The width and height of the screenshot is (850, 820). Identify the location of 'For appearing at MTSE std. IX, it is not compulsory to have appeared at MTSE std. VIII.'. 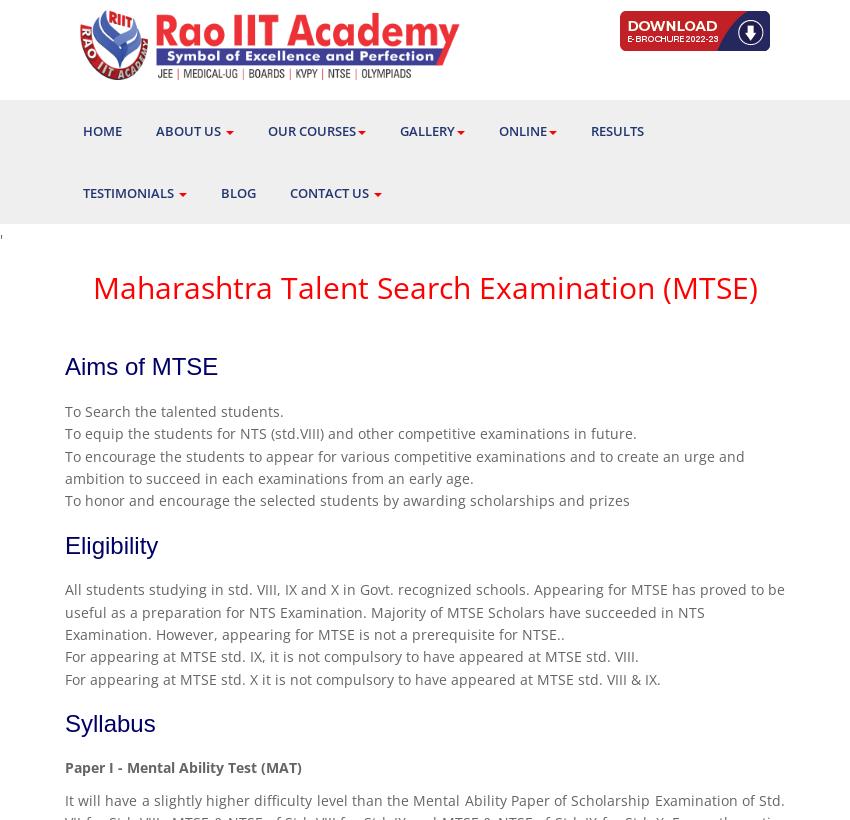
(350, 655).